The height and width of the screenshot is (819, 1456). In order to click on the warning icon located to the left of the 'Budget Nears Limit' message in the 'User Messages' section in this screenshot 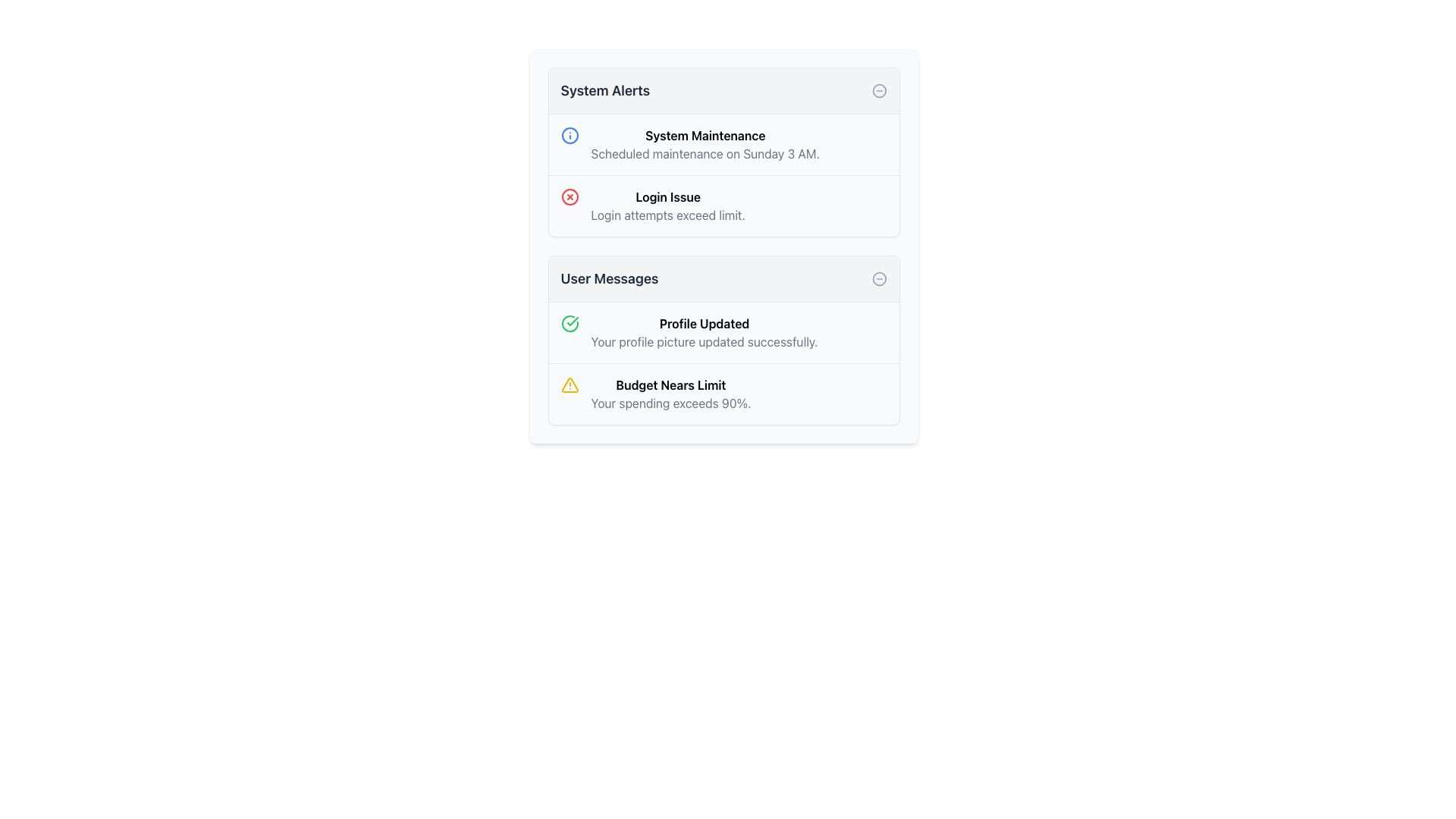, I will do `click(569, 384)`.